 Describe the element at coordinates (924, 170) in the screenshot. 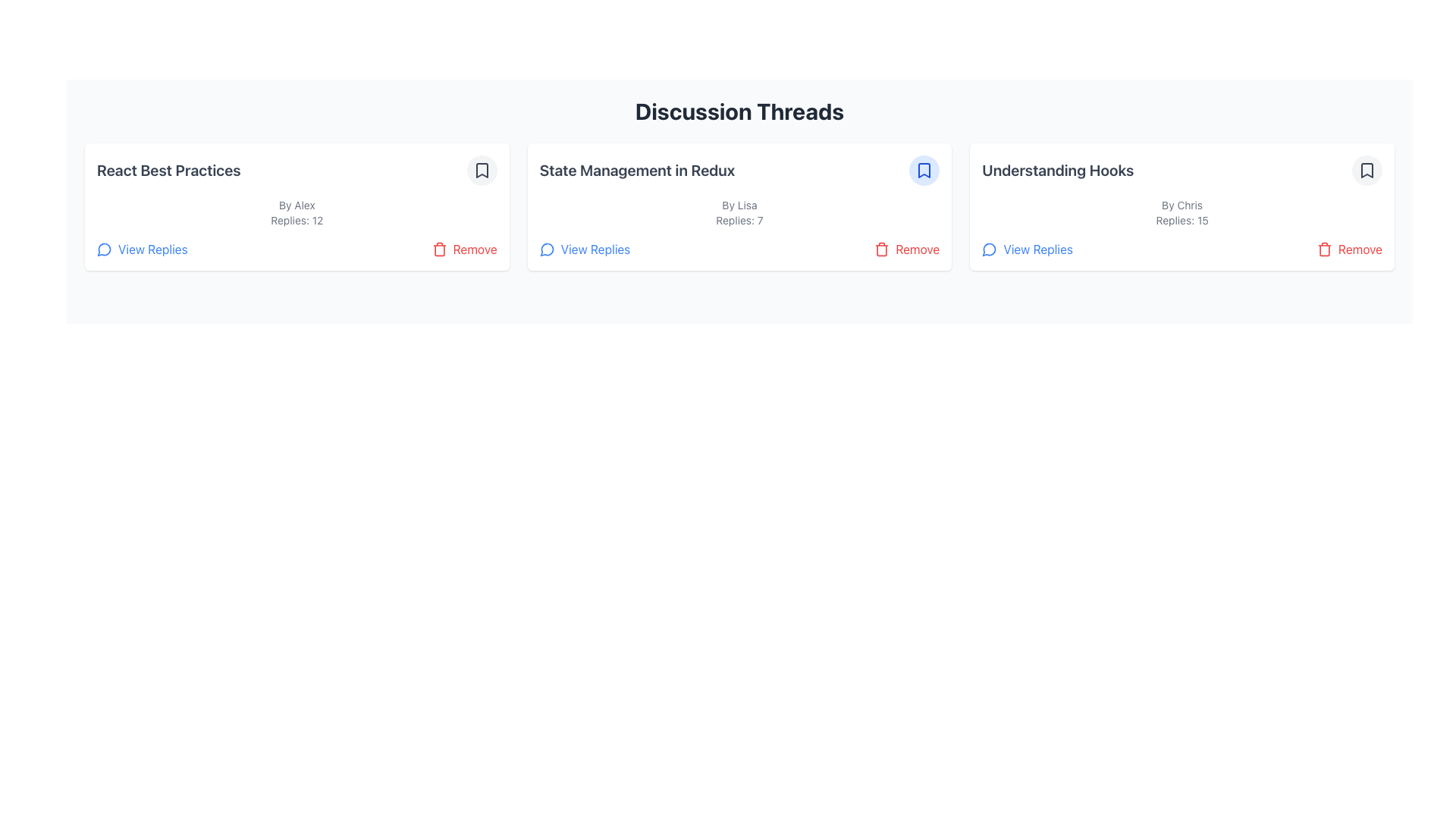

I see `the small bookmark icon, which is a vector graphic with a triangular top and rectangular body, located in the top-right corner of the 'State Management in Redux' card in the 'Discussion Threads' section` at that location.